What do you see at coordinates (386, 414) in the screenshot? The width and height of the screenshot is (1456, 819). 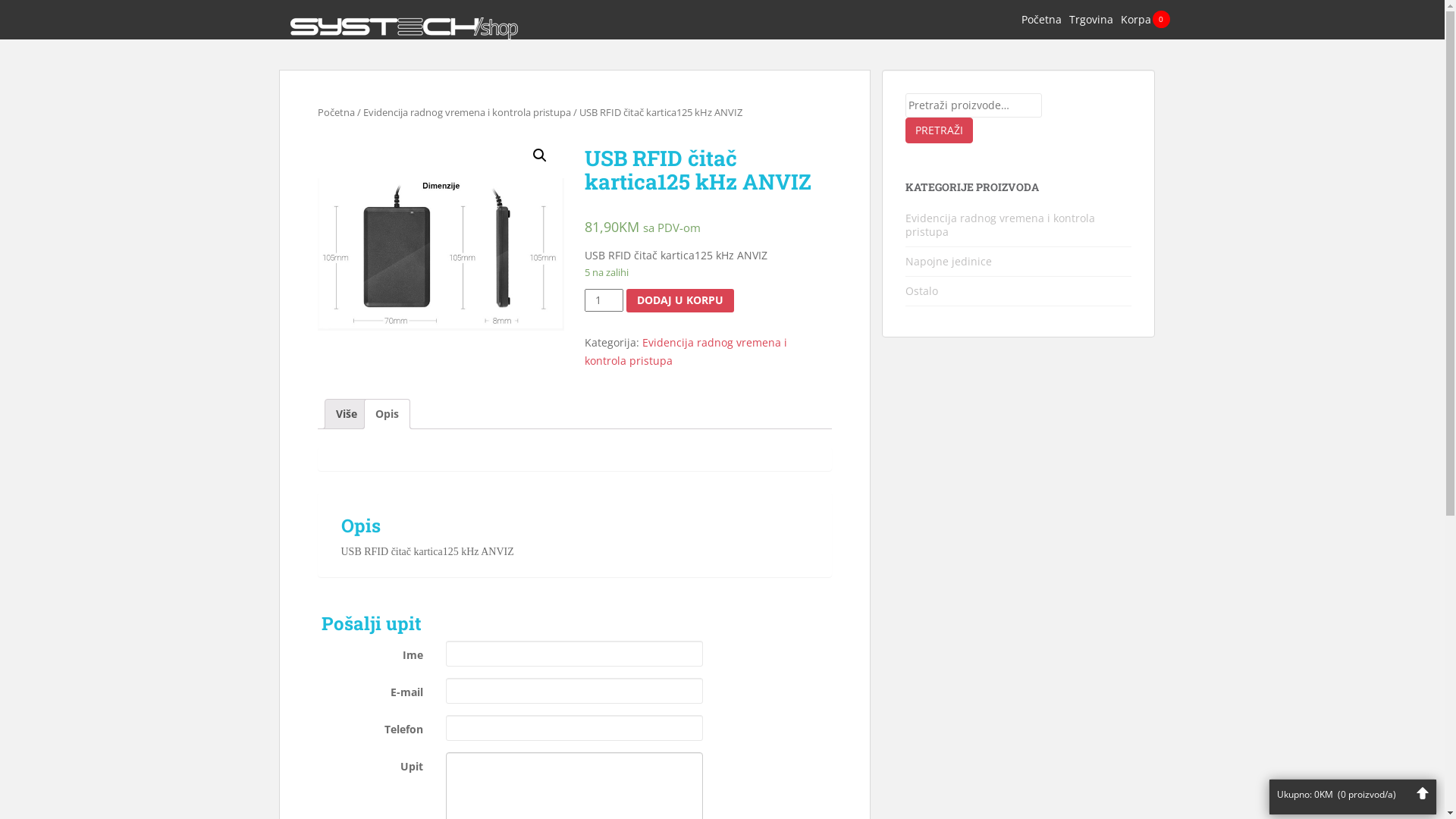 I see `'Opis'` at bounding box center [386, 414].